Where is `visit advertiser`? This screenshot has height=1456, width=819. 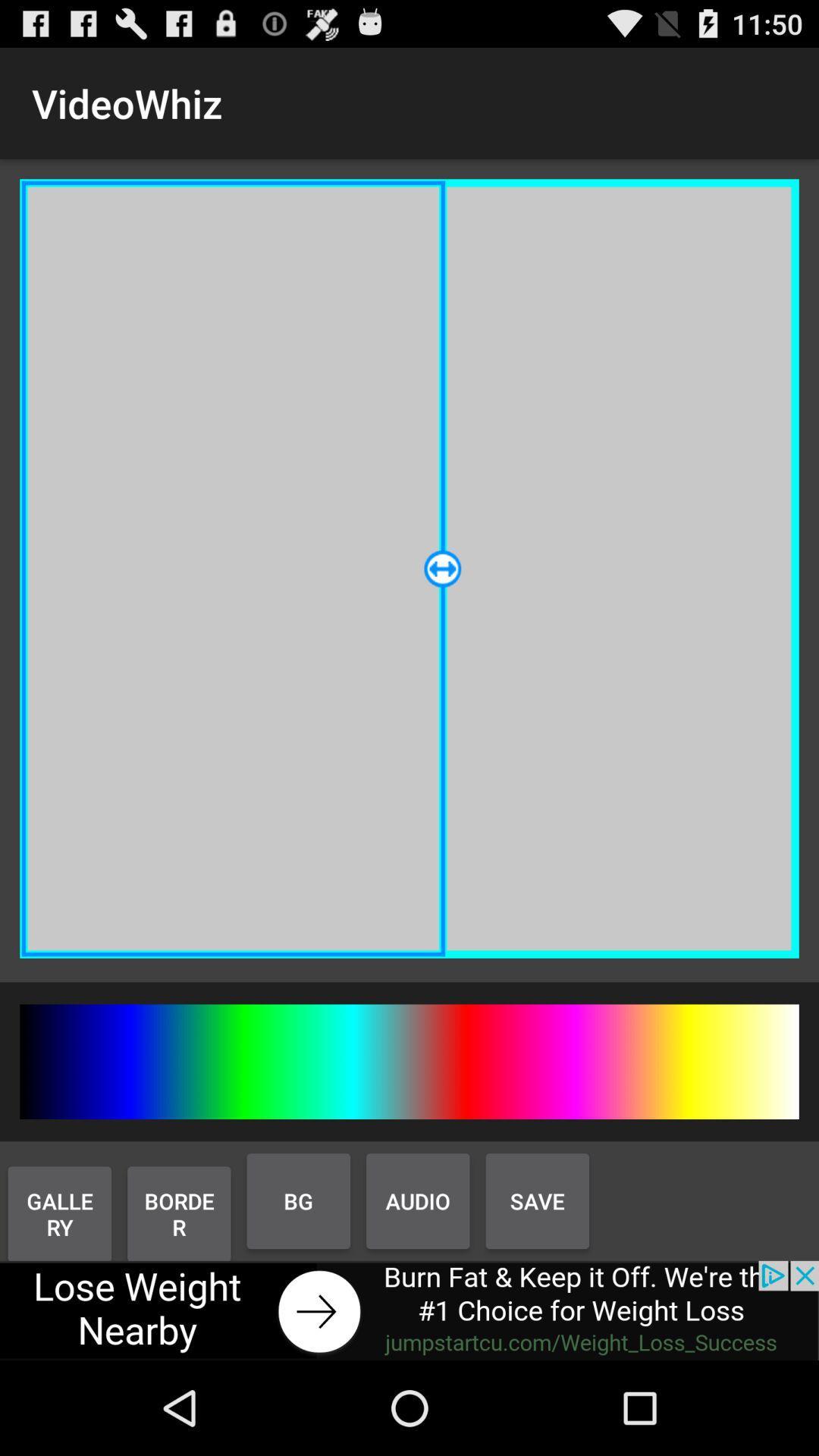
visit advertiser is located at coordinates (409, 1310).